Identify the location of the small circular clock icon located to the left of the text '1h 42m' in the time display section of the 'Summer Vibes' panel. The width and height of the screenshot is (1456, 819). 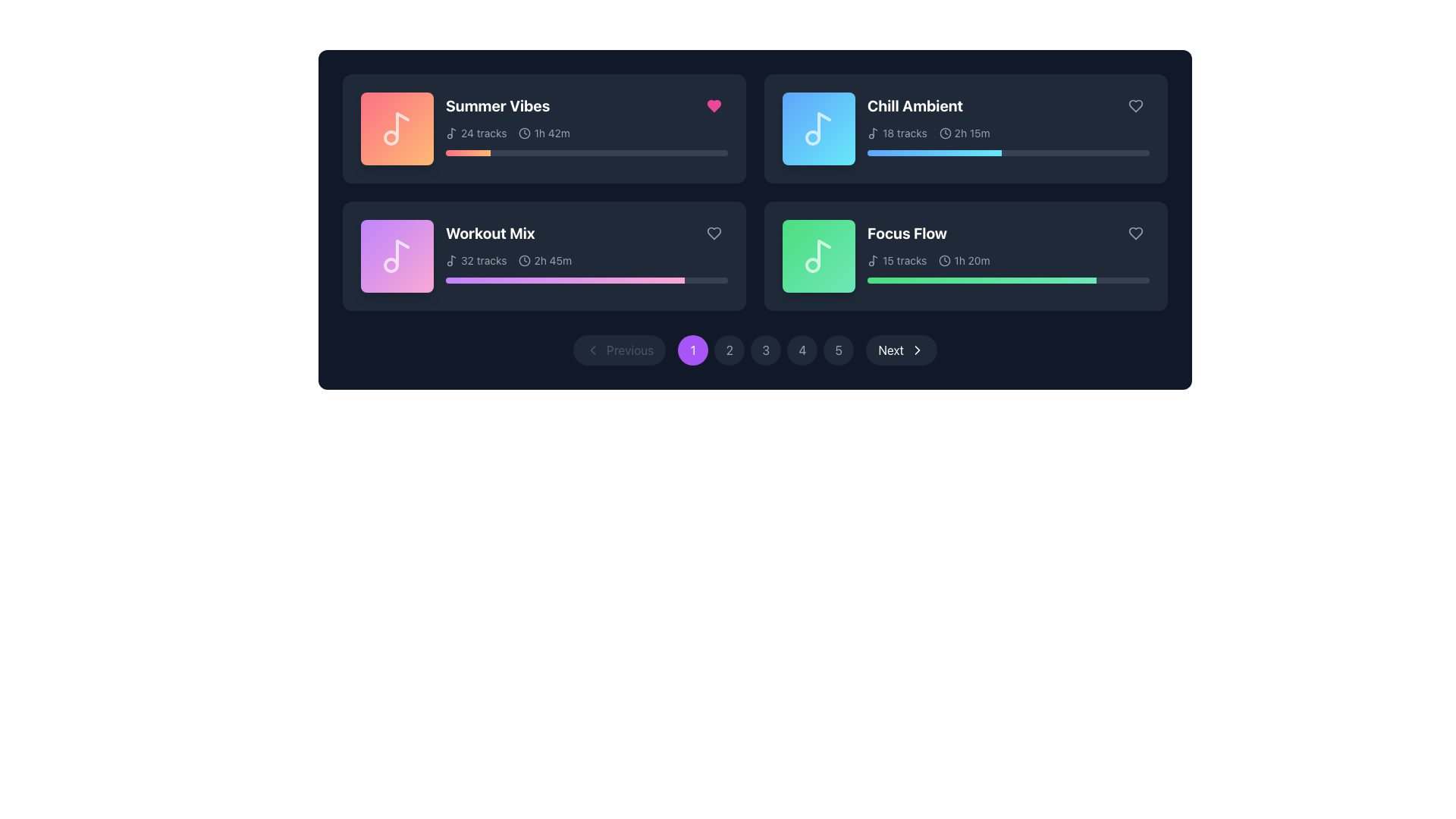
(525, 133).